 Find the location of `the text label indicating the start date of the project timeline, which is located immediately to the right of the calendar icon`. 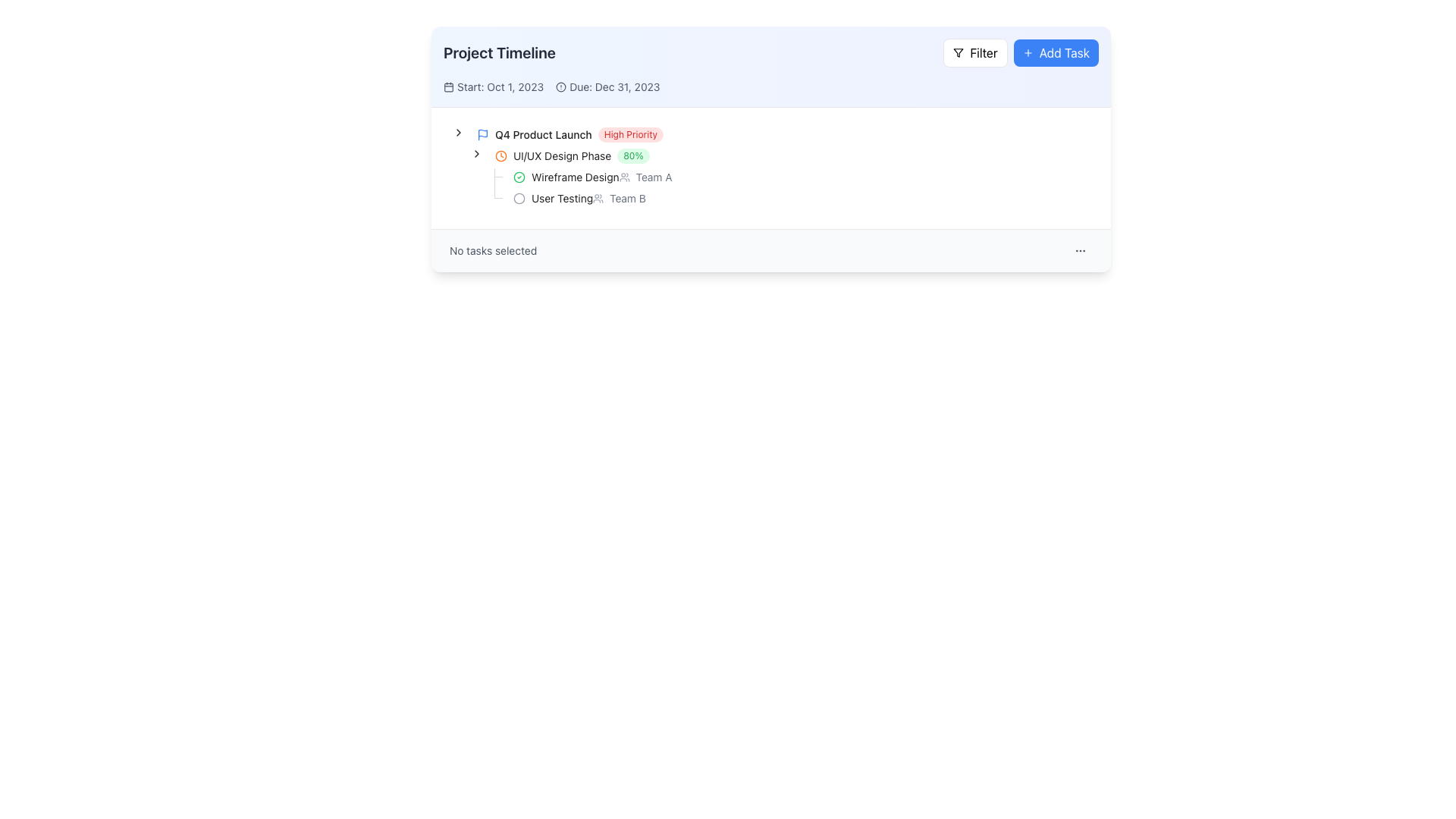

the text label indicating the start date of the project timeline, which is located immediately to the right of the calendar icon is located at coordinates (500, 87).